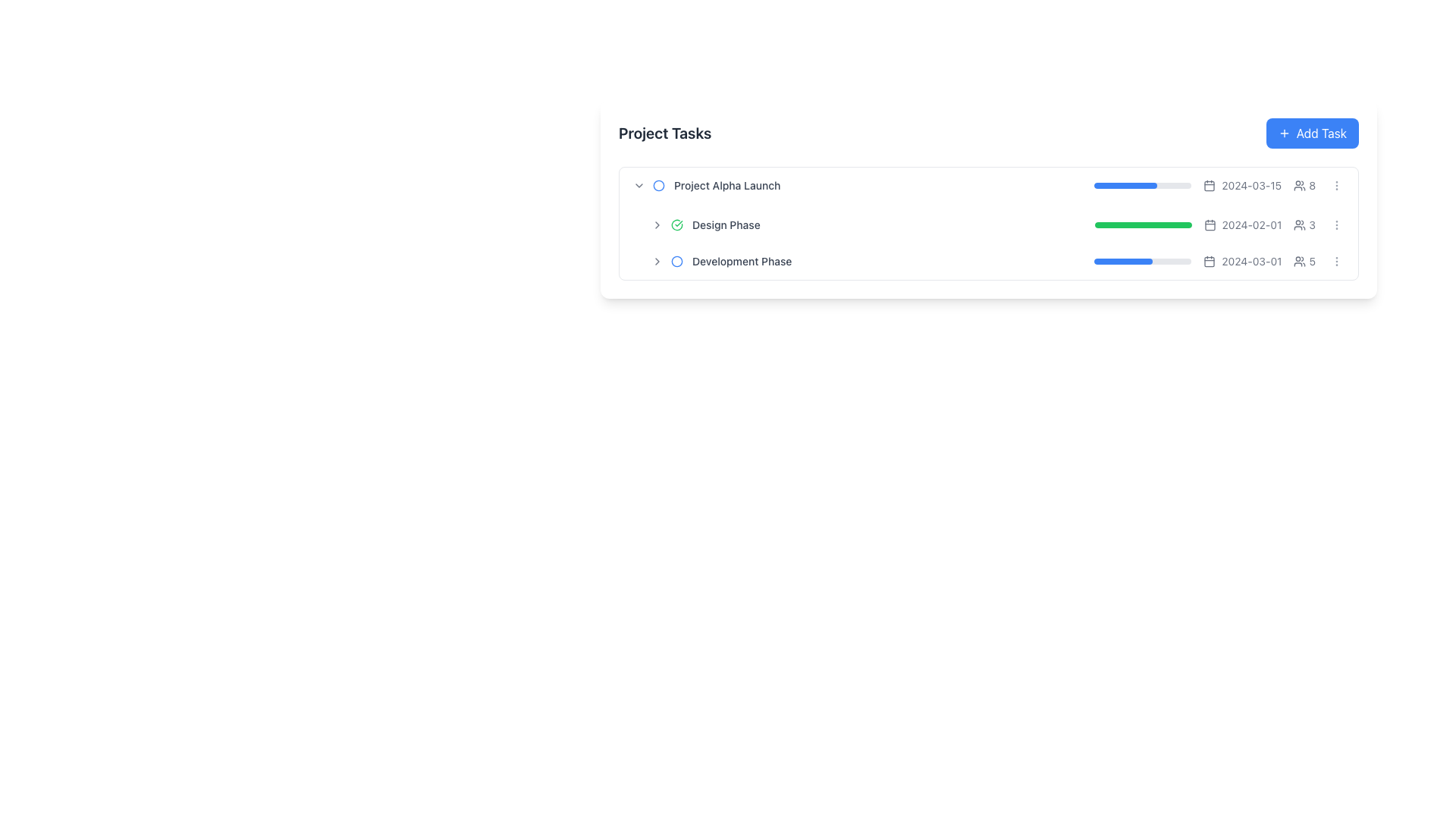 Image resolution: width=1456 pixels, height=819 pixels. Describe the element at coordinates (1242, 260) in the screenshot. I see `the text with icon that represents a task's due date, located in the third row of the task list, between the progress bar and the user icon` at that location.